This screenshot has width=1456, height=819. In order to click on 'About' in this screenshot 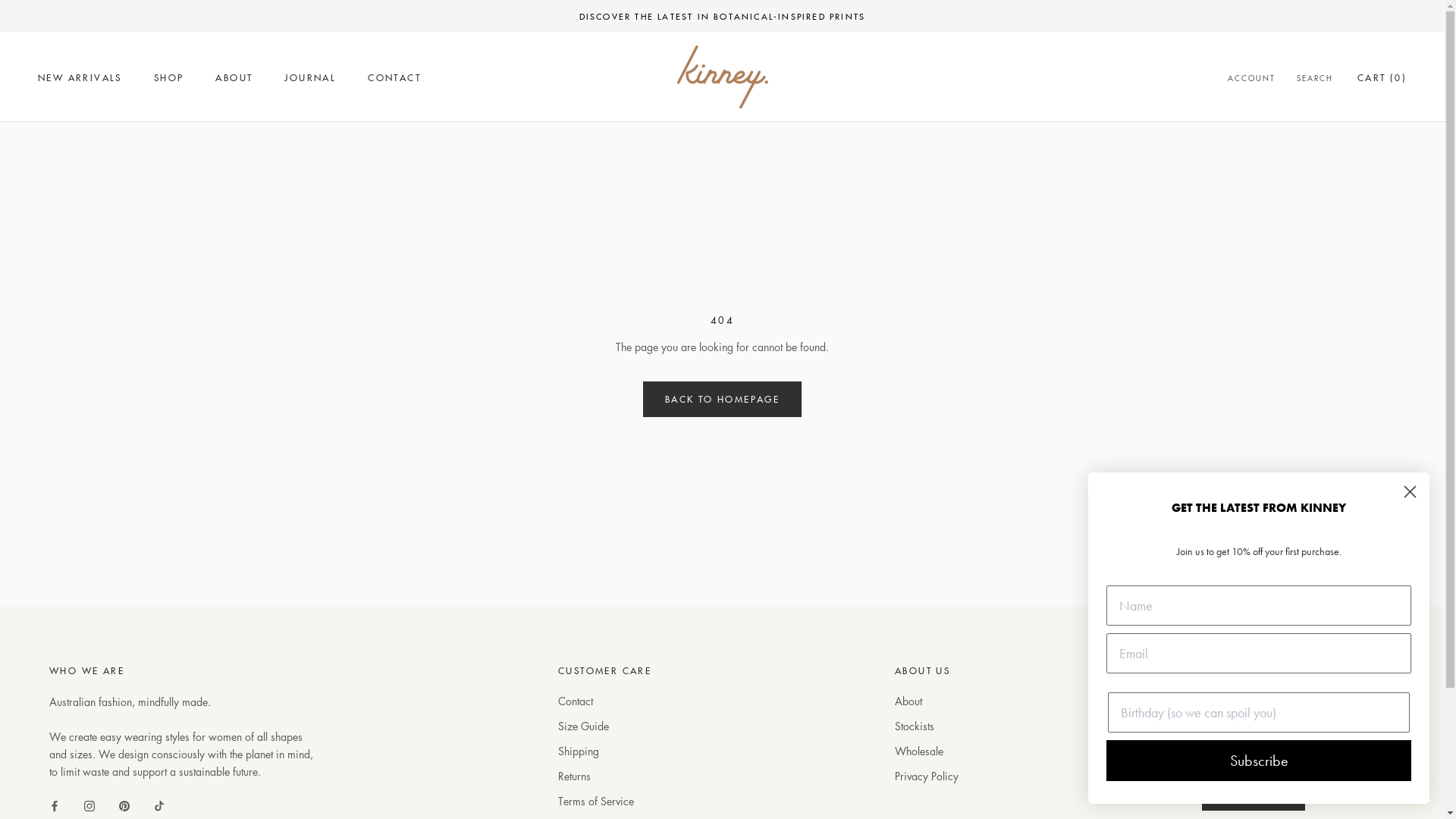, I will do `click(926, 701)`.